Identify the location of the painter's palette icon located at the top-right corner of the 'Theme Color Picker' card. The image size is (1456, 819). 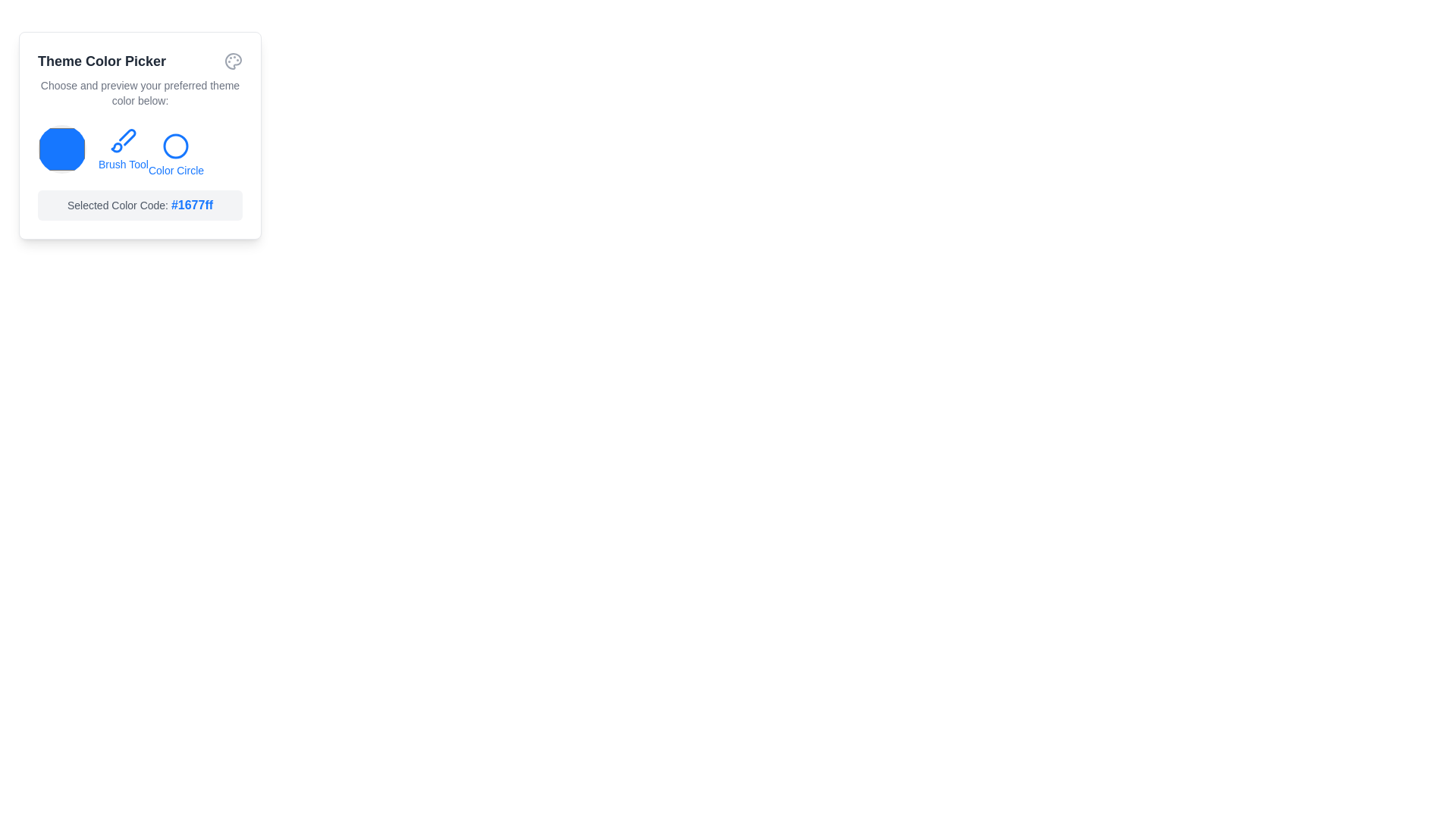
(232, 61).